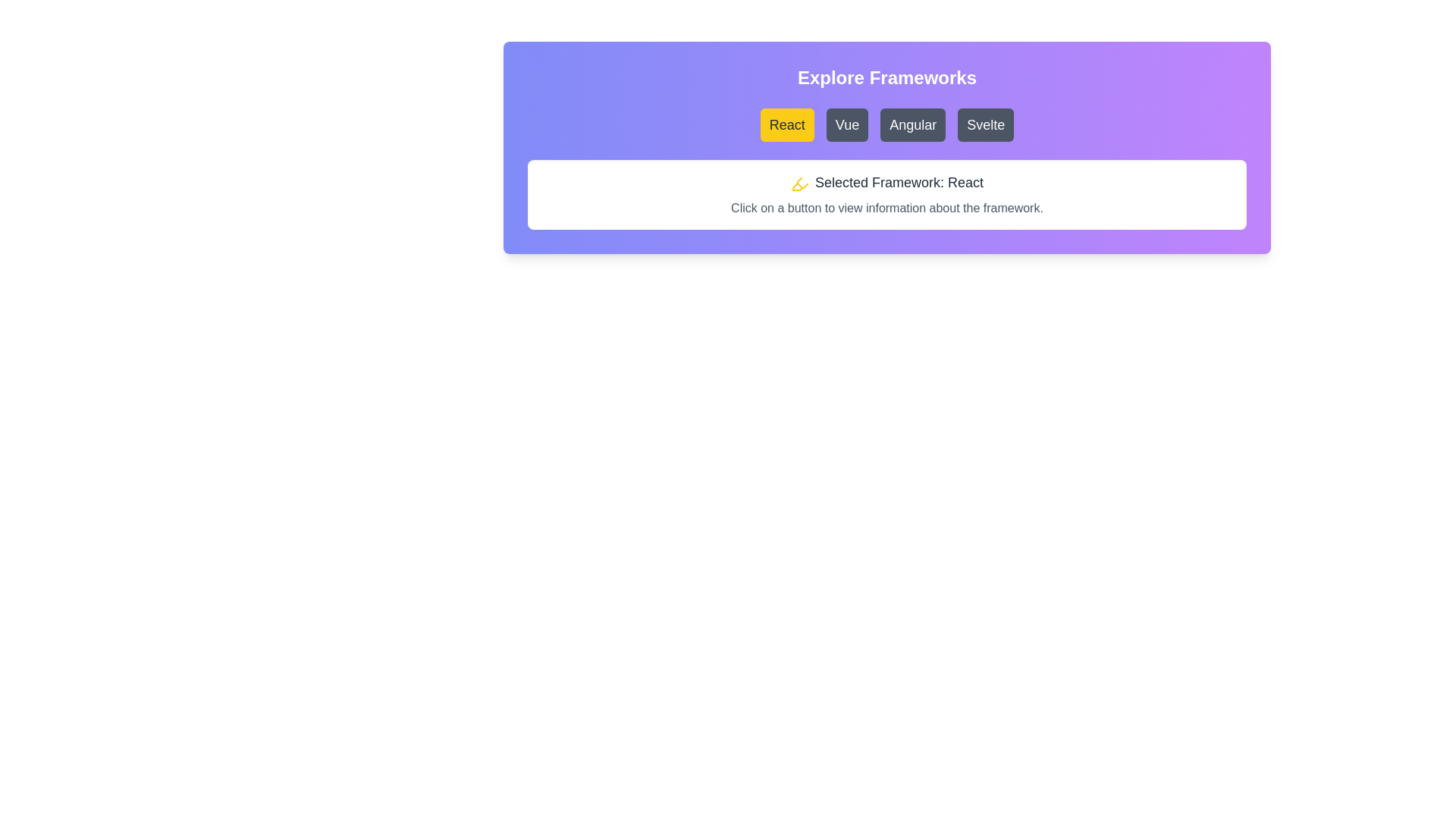  Describe the element at coordinates (787, 124) in the screenshot. I see `the 'React' button with a yellow background and bold text to trigger the hover effect, which may include a scaling animation` at that location.